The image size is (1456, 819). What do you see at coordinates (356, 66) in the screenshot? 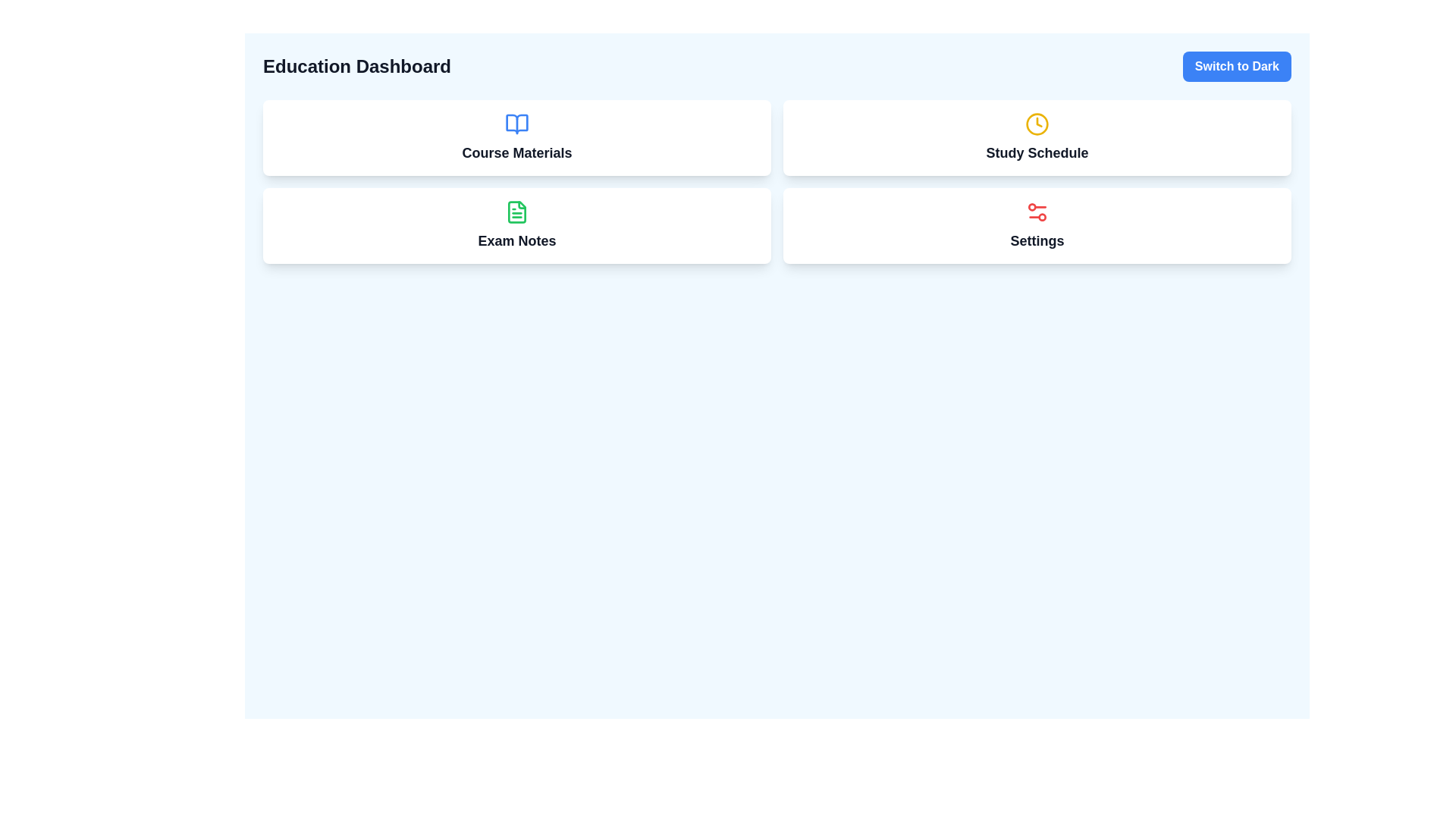
I see `the static text label reading 'Education Dashboard', which is prominently displayed in a large, bold font at the top-left section of the interface` at bounding box center [356, 66].